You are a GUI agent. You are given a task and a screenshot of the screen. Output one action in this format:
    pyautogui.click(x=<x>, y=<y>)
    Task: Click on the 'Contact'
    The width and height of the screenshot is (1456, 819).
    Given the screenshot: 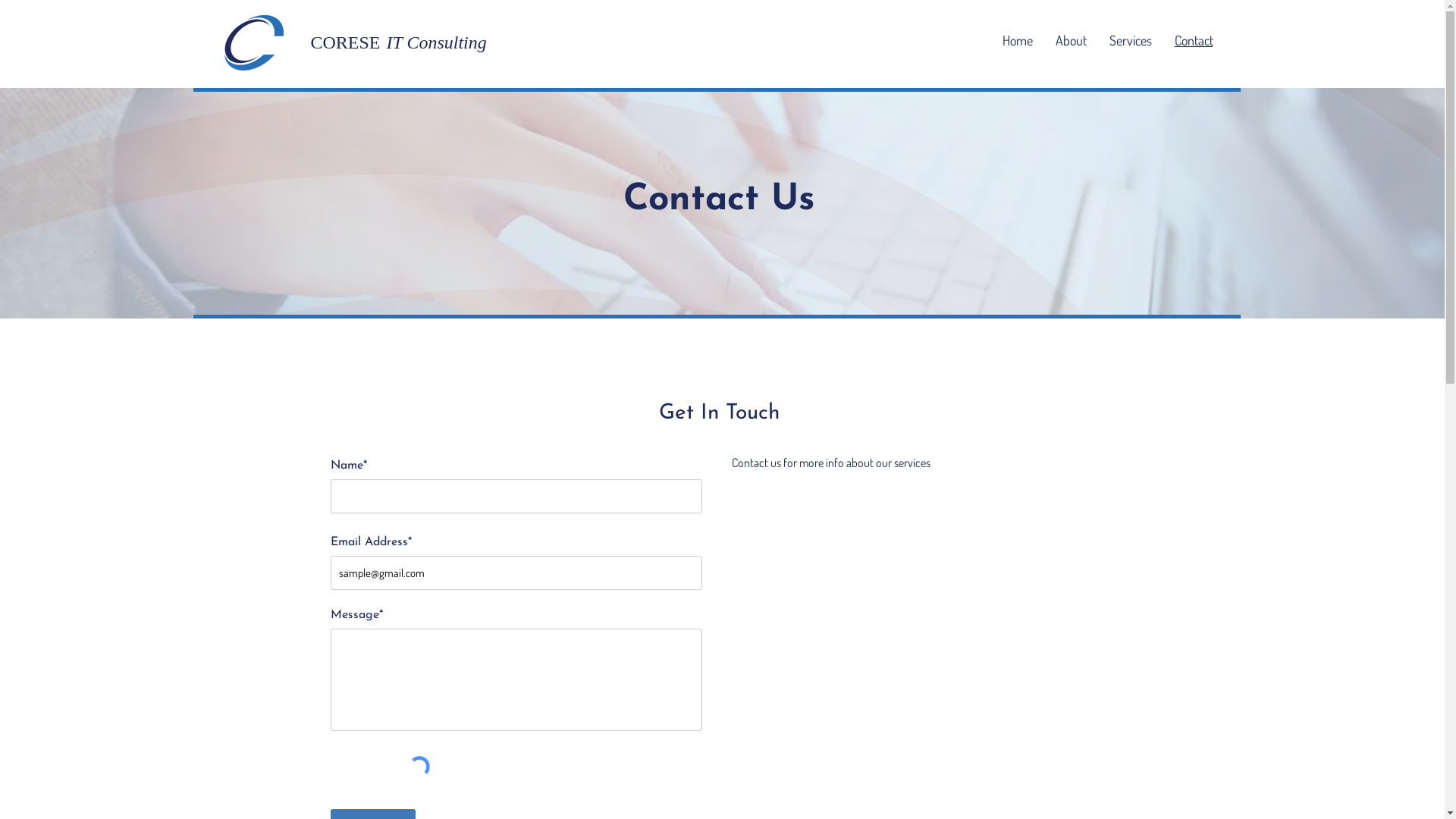 What is the action you would take?
    pyautogui.click(x=1163, y=39)
    